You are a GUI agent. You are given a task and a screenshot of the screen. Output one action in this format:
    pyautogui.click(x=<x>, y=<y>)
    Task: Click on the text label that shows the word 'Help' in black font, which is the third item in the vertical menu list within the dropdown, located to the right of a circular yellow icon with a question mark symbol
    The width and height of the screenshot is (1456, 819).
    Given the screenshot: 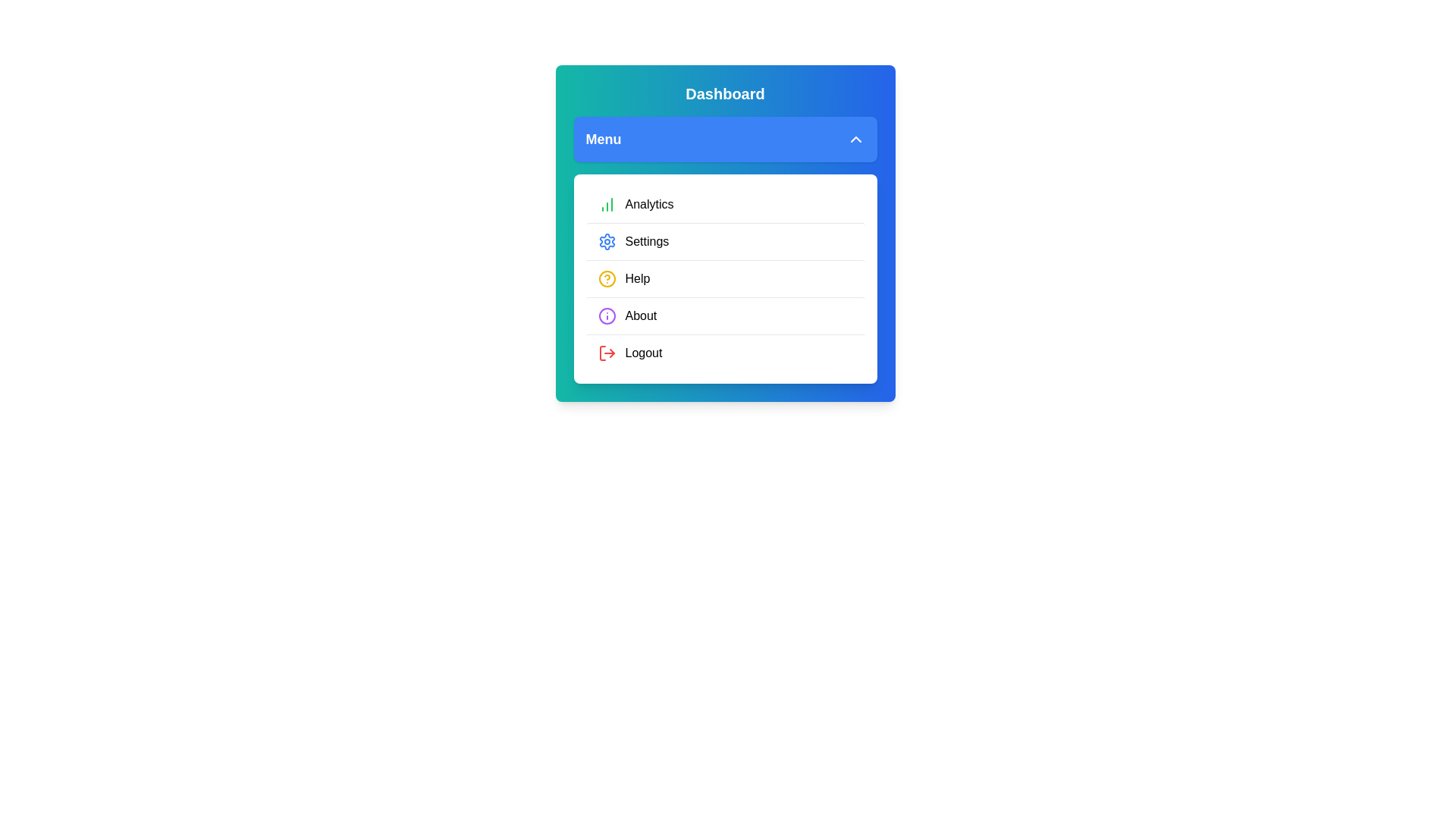 What is the action you would take?
    pyautogui.click(x=637, y=278)
    